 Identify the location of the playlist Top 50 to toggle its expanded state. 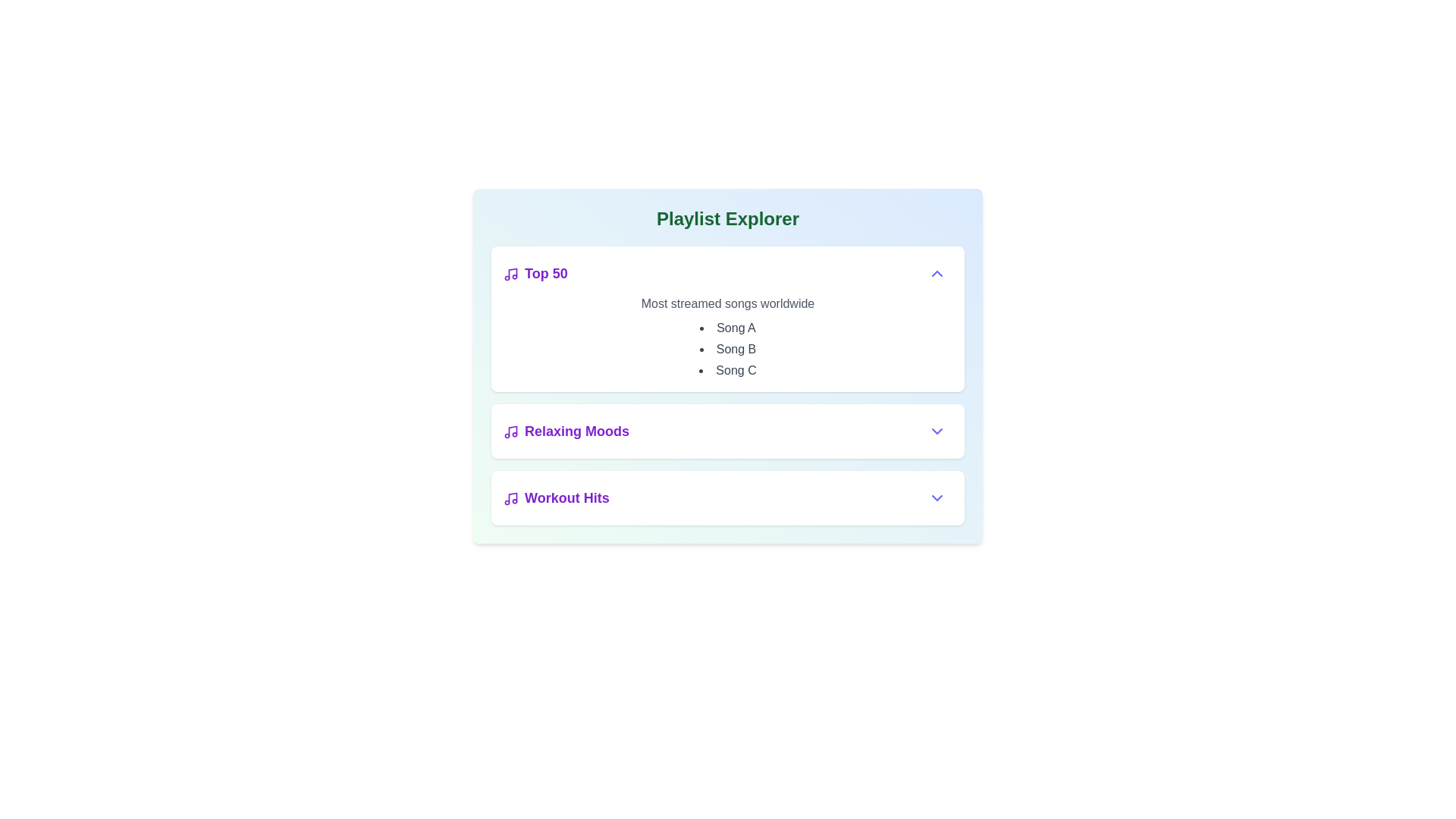
(535, 274).